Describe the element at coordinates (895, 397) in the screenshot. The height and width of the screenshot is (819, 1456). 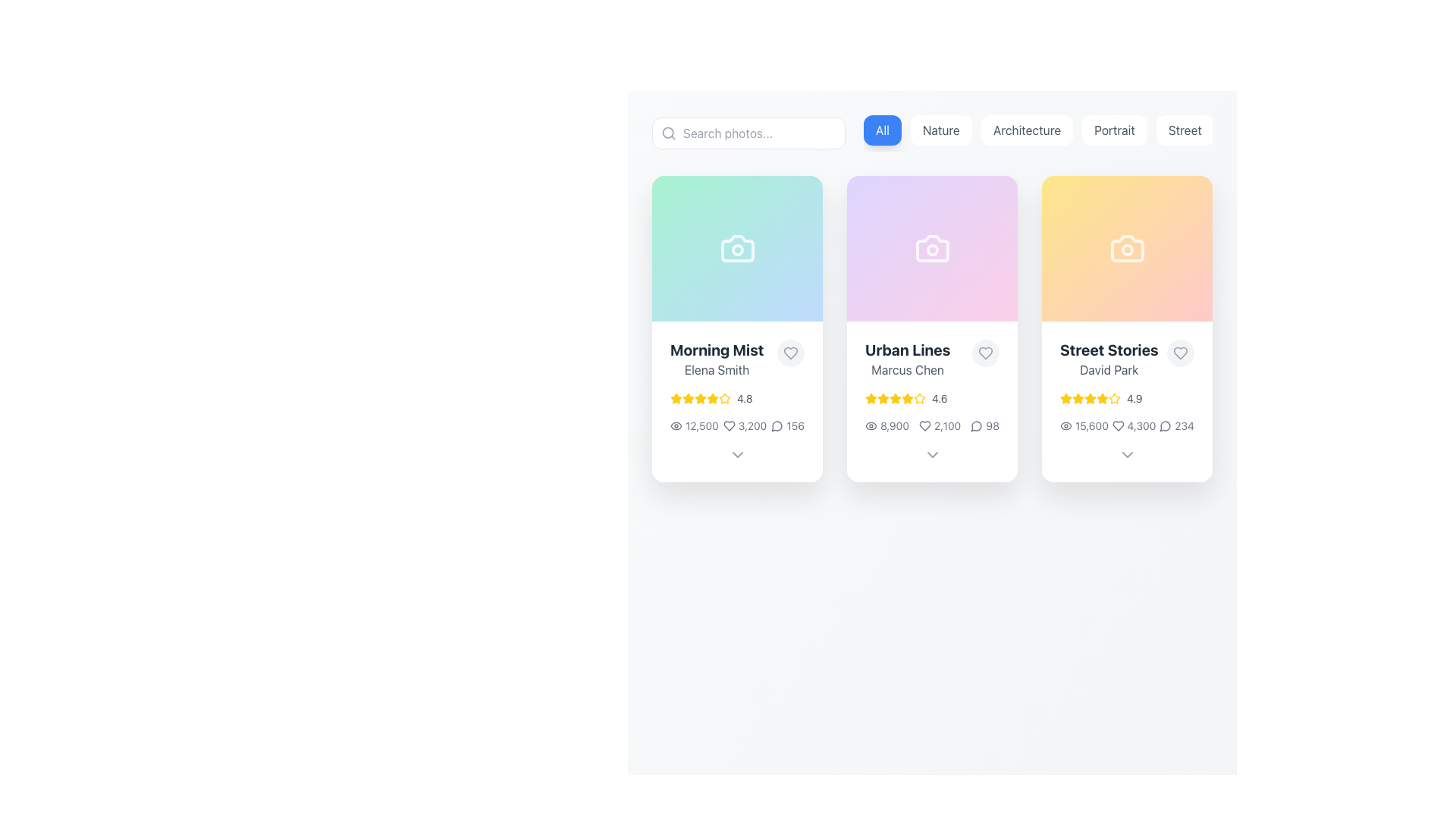
I see `the fifth star icon in the rating system within the second card labeled 'Urban Lines'` at that location.